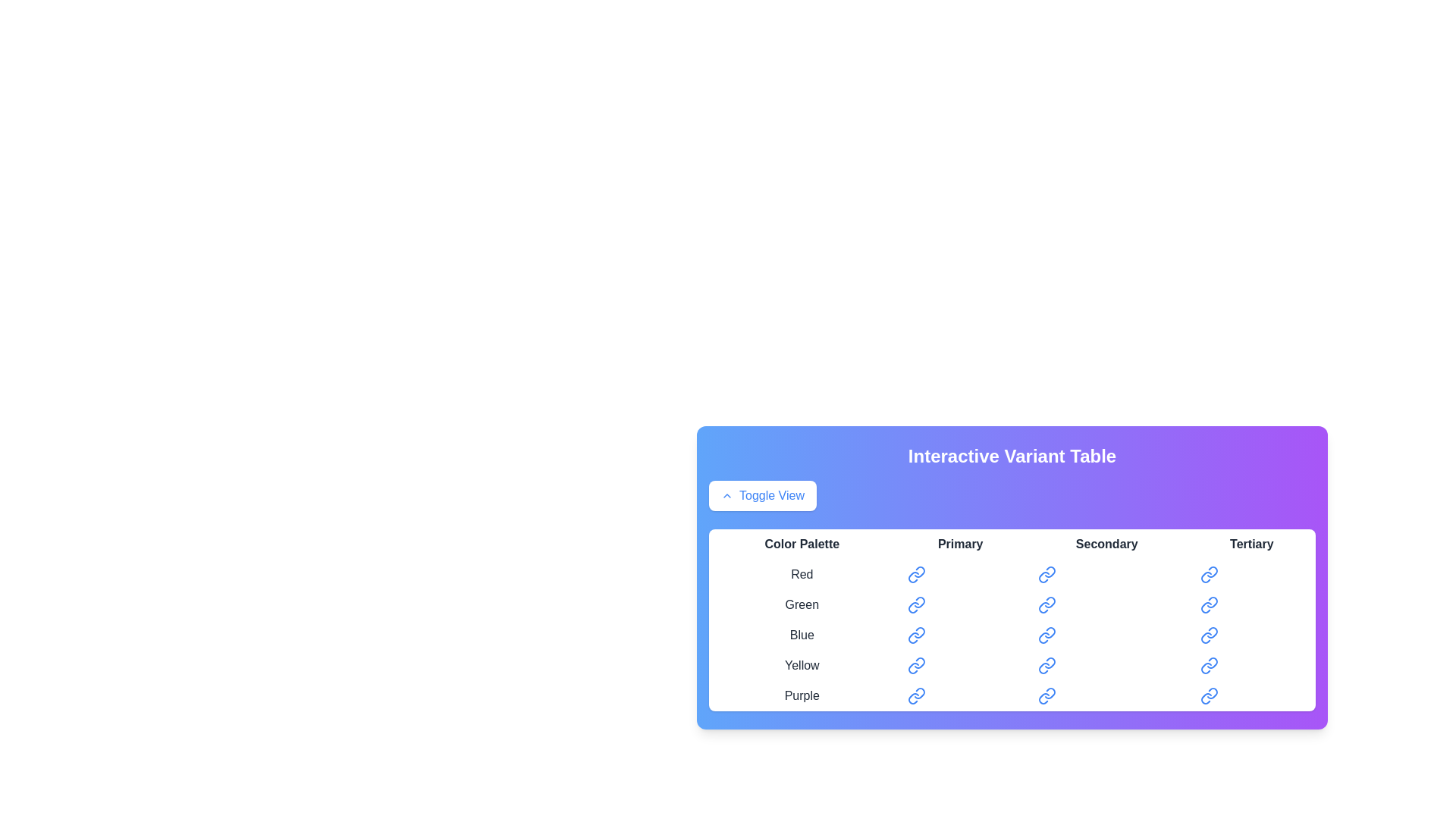 This screenshot has width=1456, height=819. I want to click on the vector graphic icon in the 'Interactive Variant Table' associated with the 'Purple' color palette under the 'Secondary' column, so click(1049, 693).